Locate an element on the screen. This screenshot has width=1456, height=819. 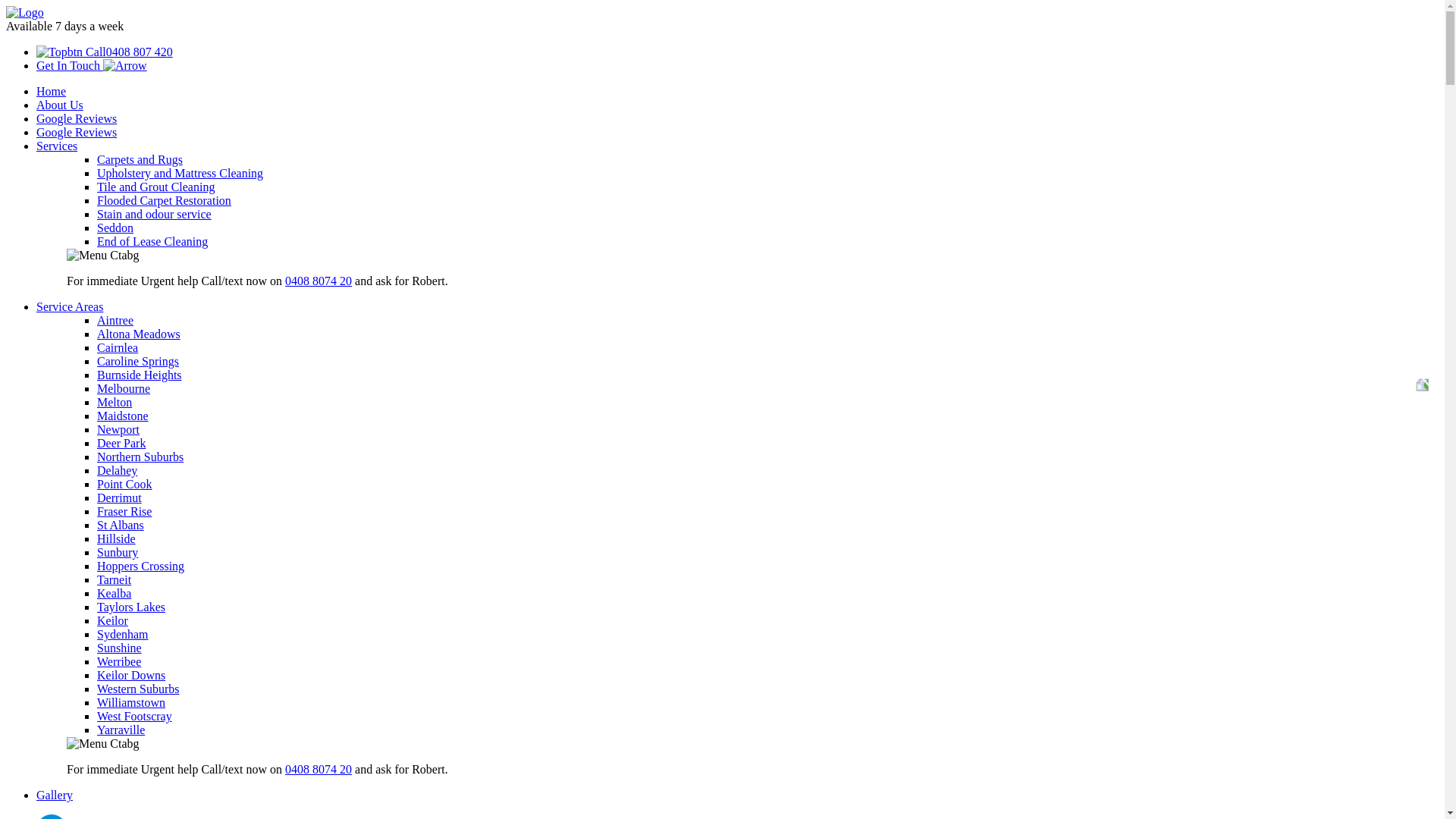
'Northern Suburbs' is located at coordinates (140, 456).